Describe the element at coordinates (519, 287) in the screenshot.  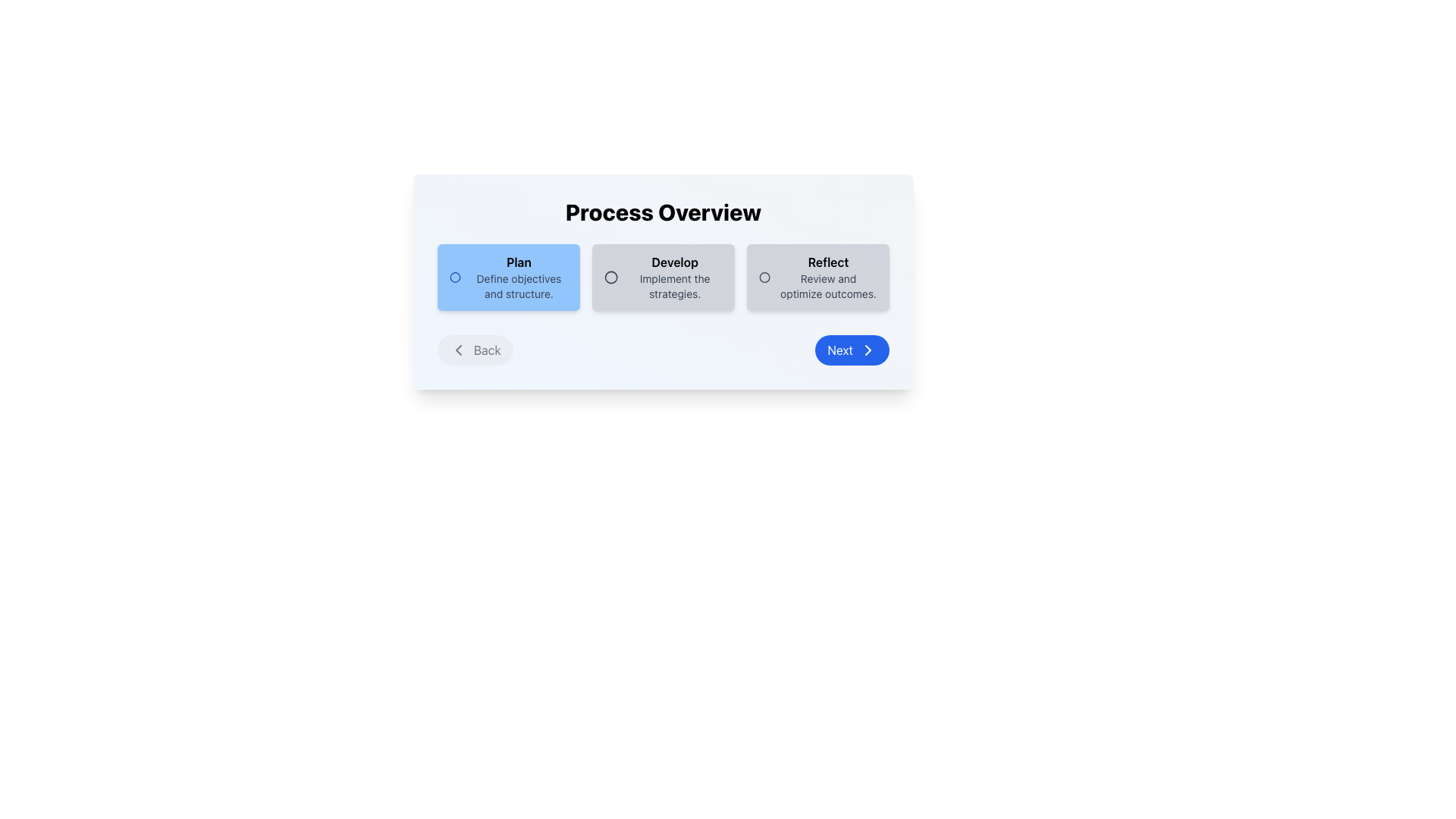
I see `the informational Text label located underneath the bold title 'Plan' in the first navigation card of the stepper` at that location.